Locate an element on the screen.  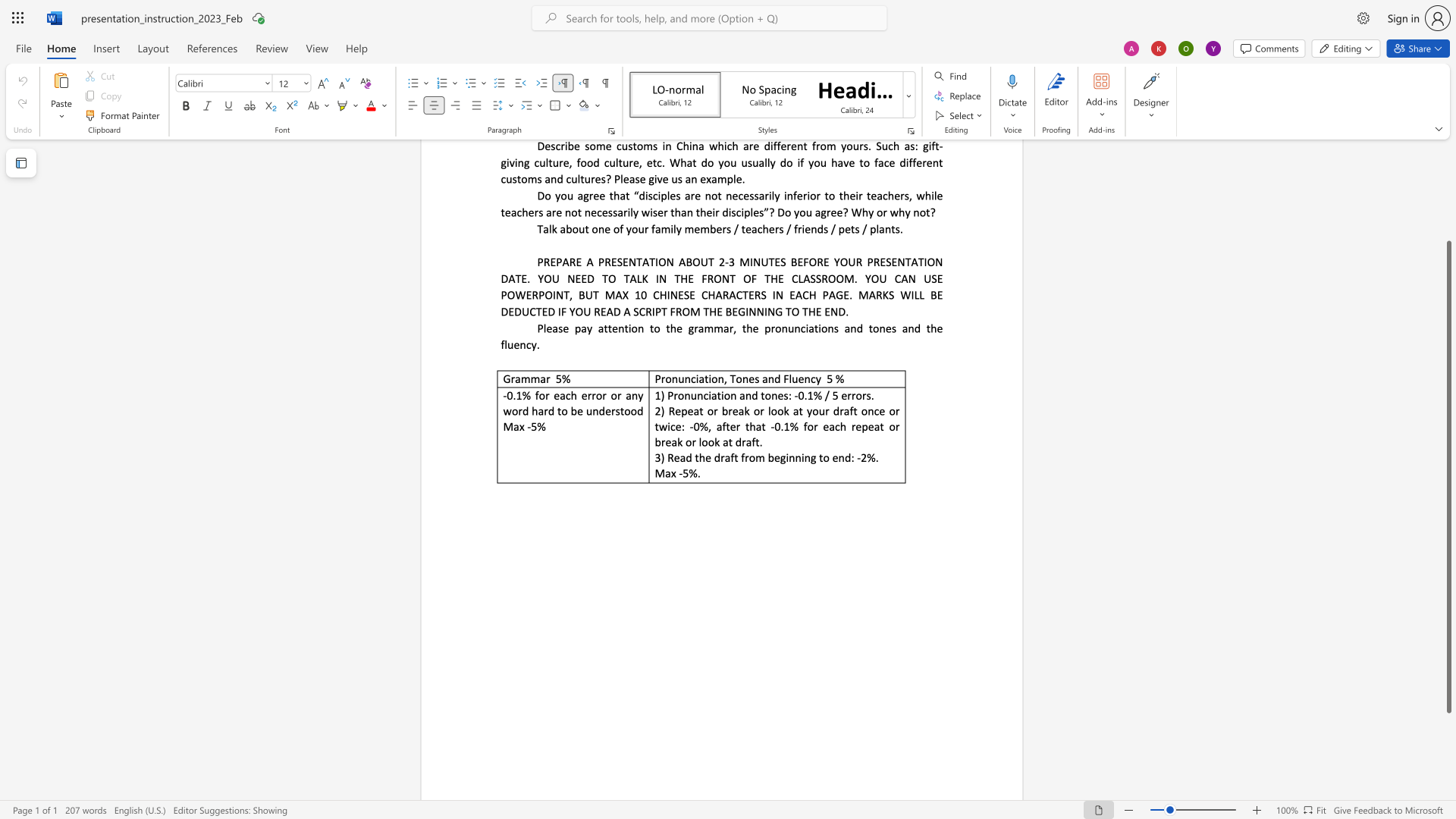
the page's right scrollbar for upward movement is located at coordinates (1448, 189).